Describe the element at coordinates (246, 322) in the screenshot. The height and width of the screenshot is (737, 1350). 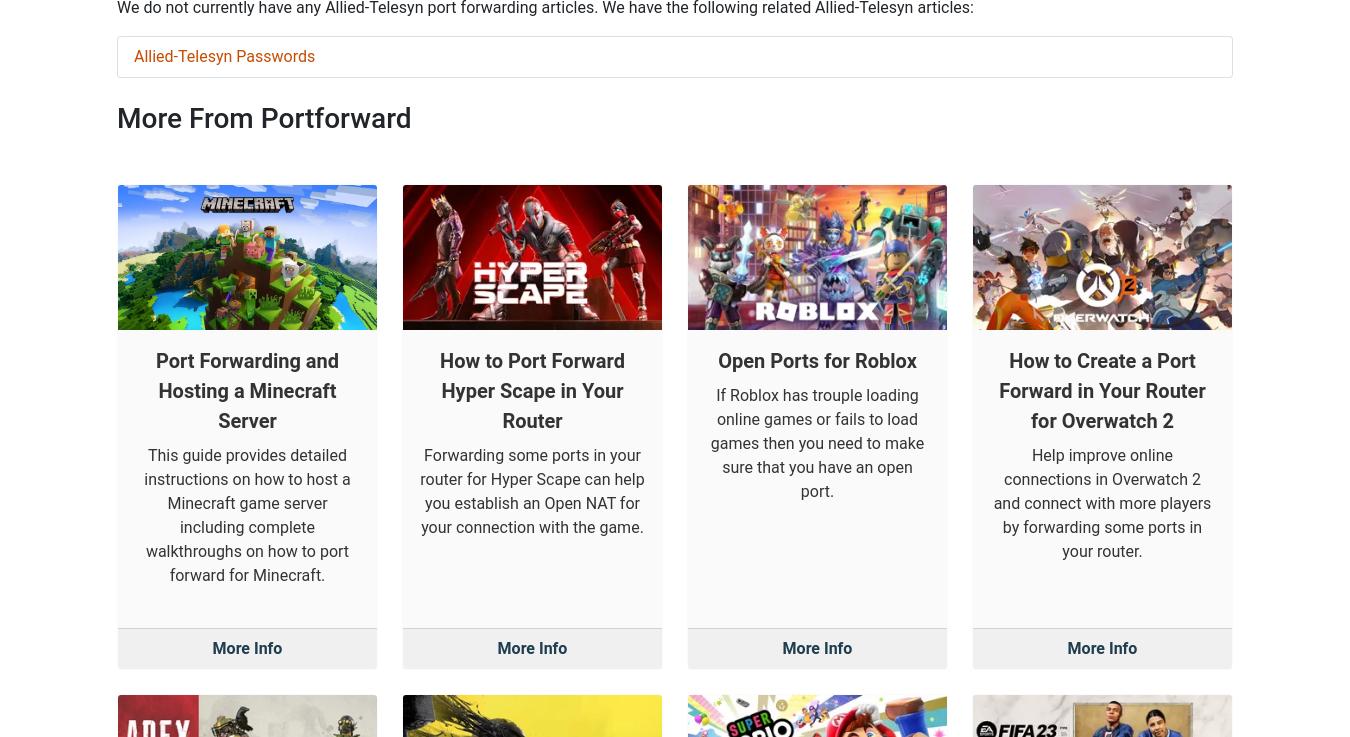
I see `'This guide provides detailed instructions on how to host a Minecraft game server including complete walkthroughs on how to port forward for Minecraft.'` at that location.